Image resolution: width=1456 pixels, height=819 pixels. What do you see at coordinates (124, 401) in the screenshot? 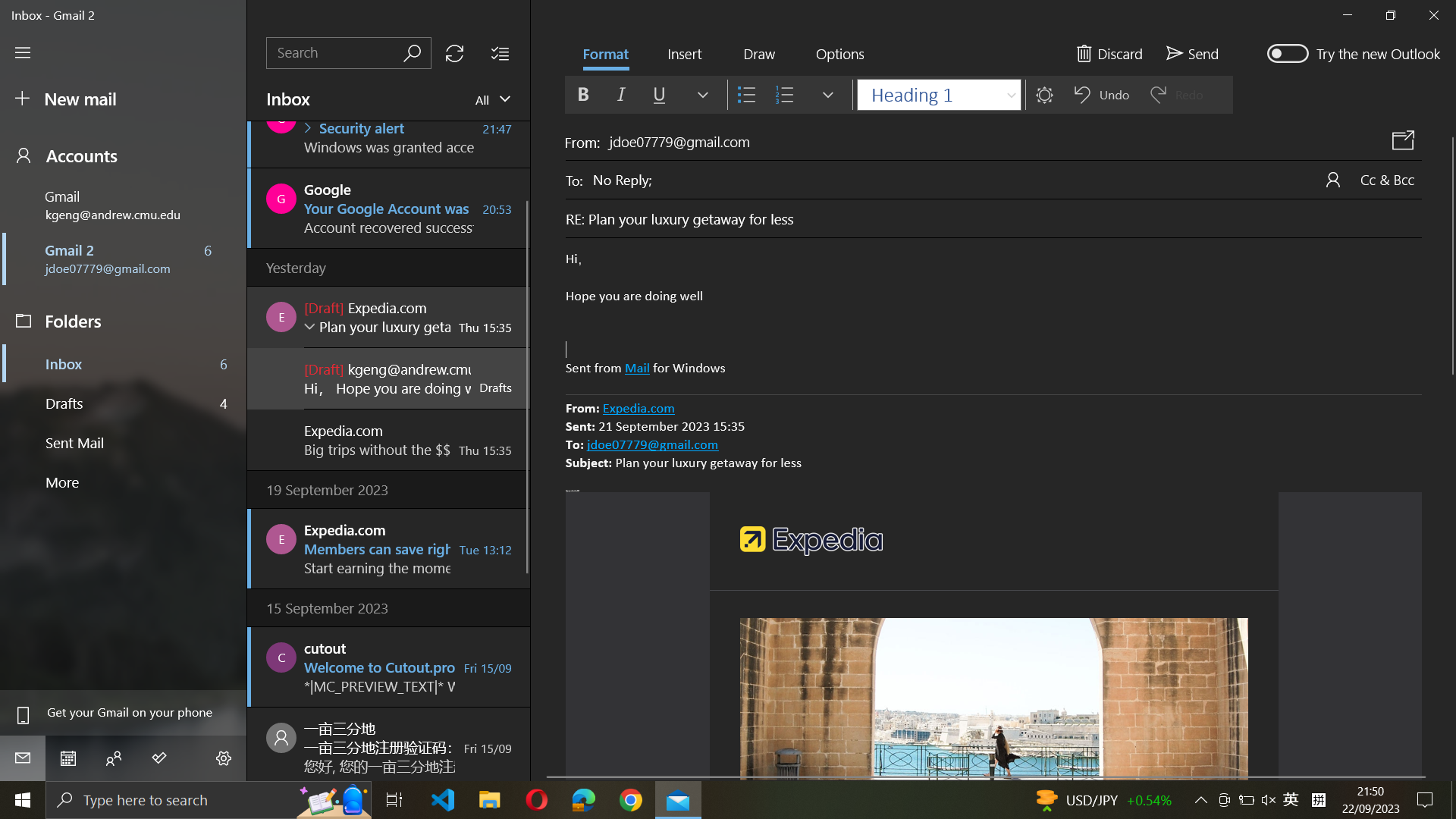
I see `the "Drafts" folder` at bounding box center [124, 401].